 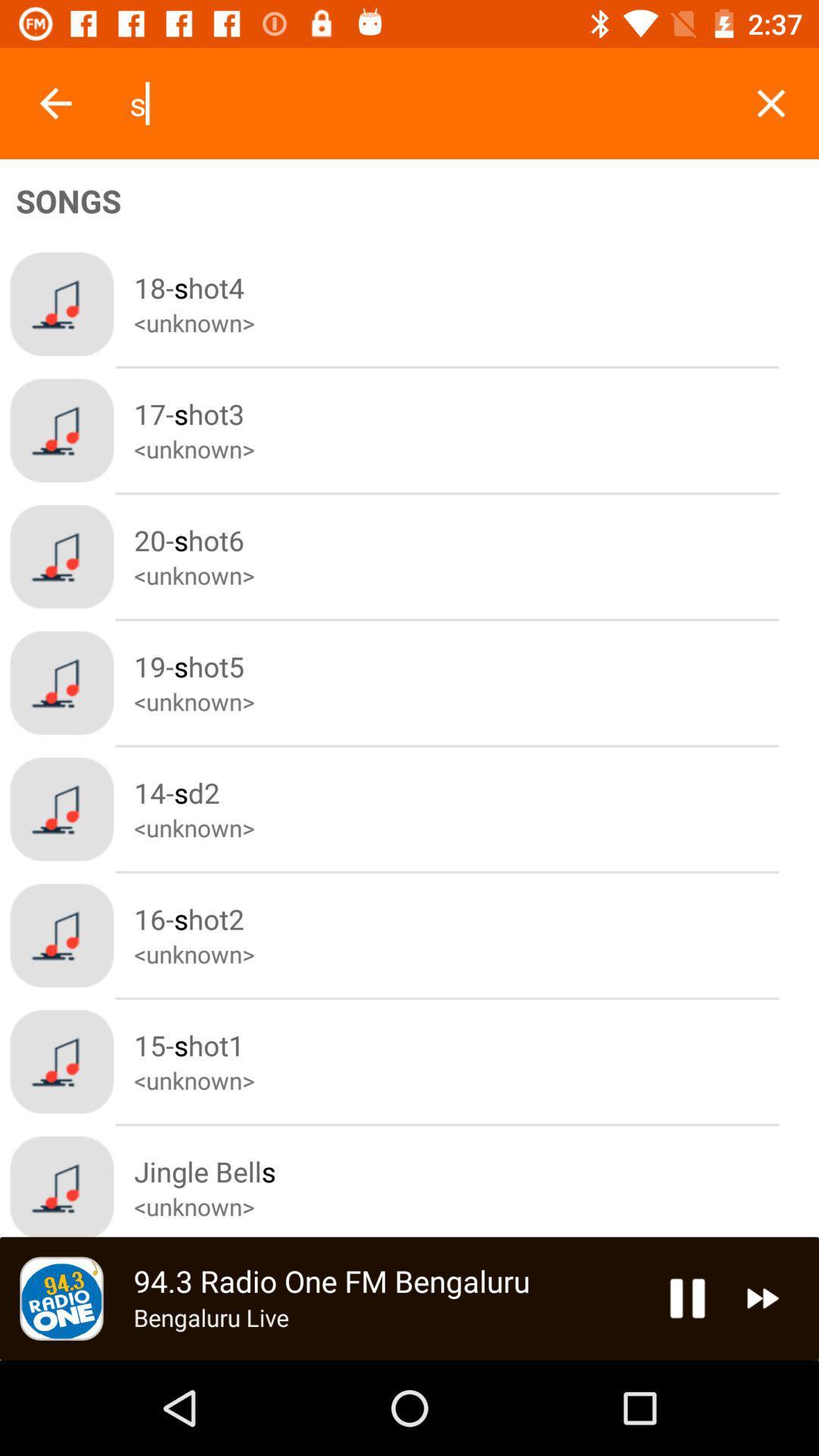 I want to click on the item above songs icon, so click(x=771, y=102).